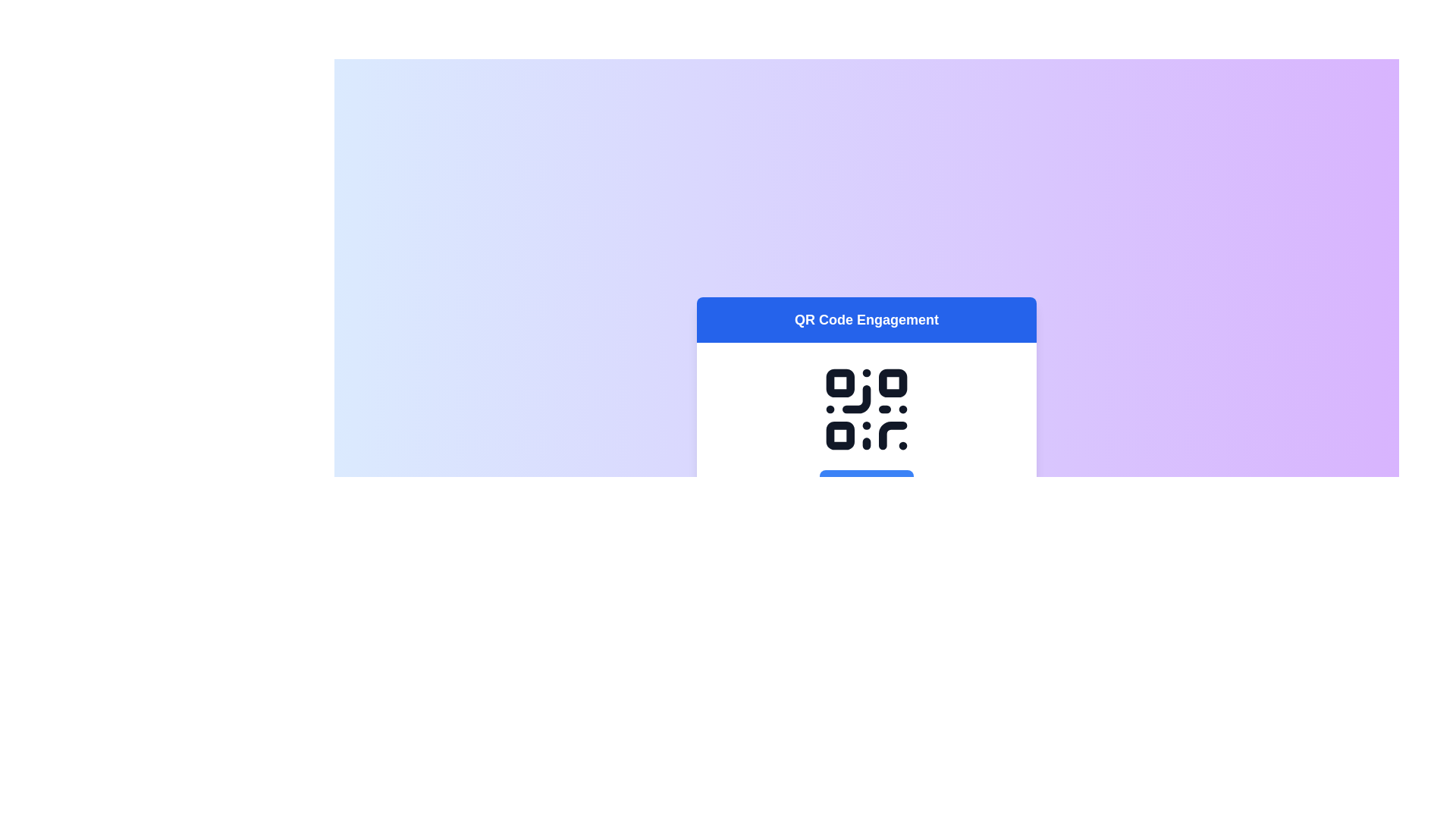 The width and height of the screenshot is (1456, 819). I want to click on the small square component located in the upper-right of the QR code design, which is the second square in the first row of the grid-like structure, so click(893, 382).